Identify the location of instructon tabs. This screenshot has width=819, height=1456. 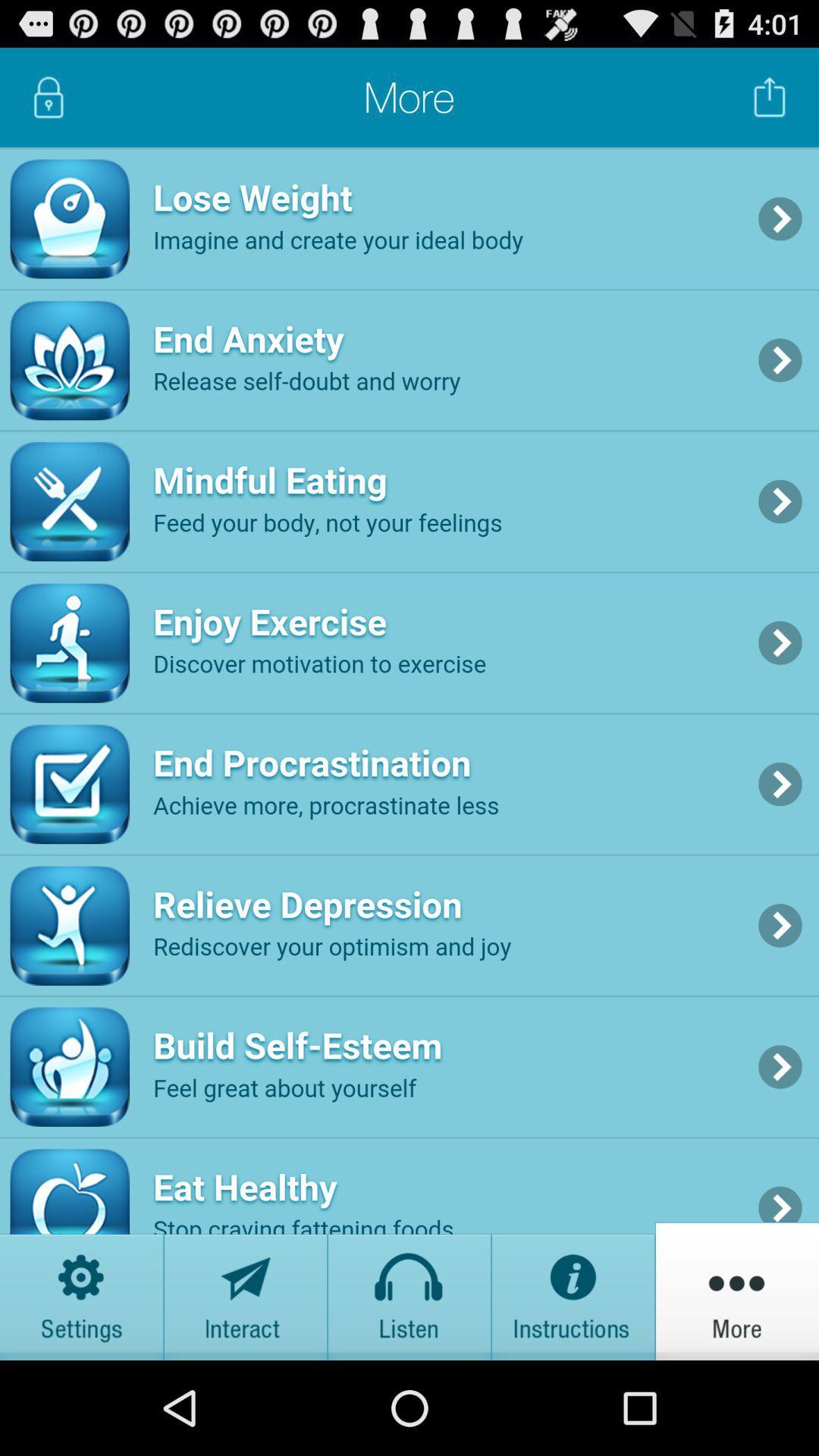
(573, 1290).